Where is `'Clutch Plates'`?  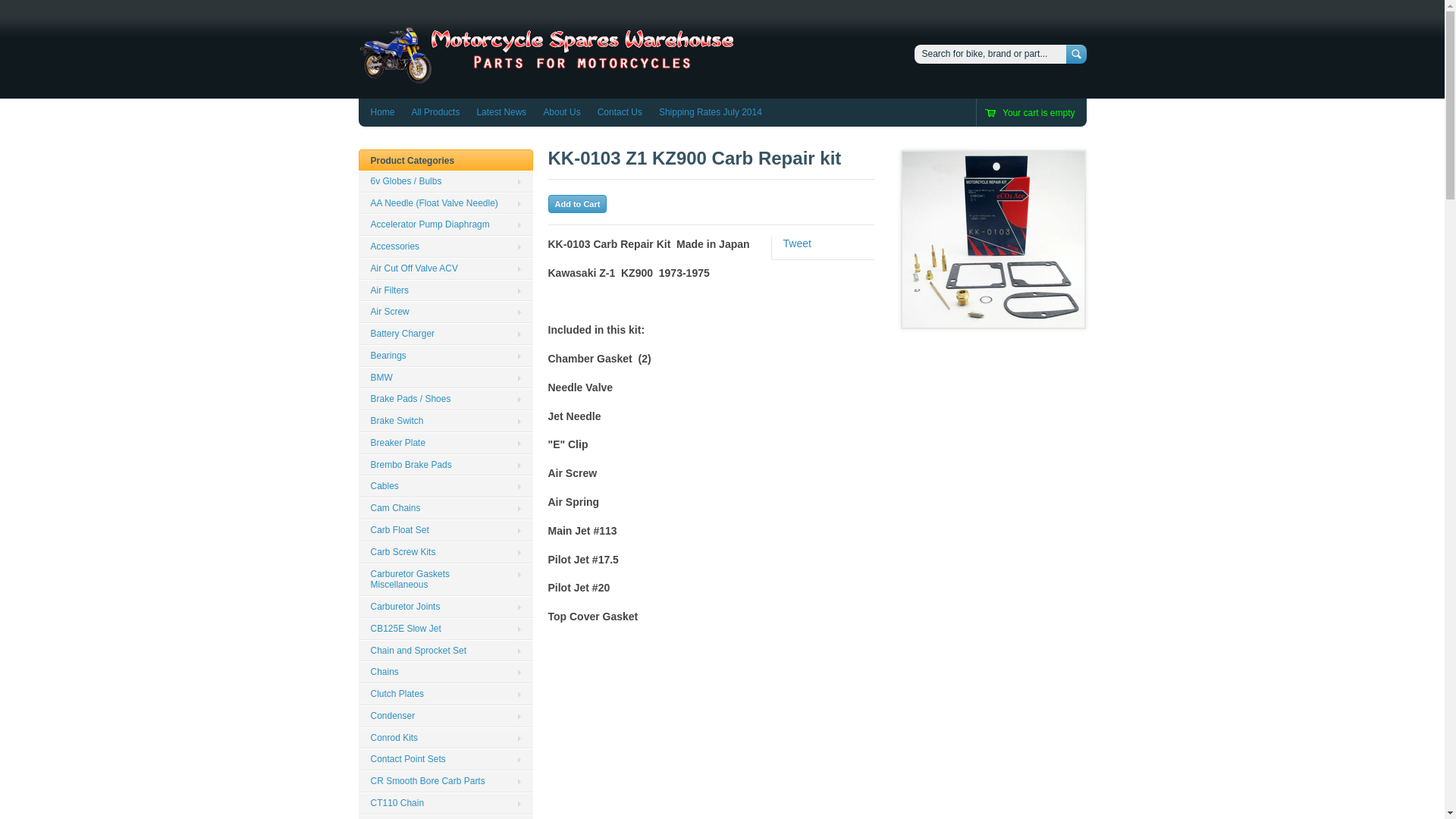
'Clutch Plates' is located at coordinates (444, 694).